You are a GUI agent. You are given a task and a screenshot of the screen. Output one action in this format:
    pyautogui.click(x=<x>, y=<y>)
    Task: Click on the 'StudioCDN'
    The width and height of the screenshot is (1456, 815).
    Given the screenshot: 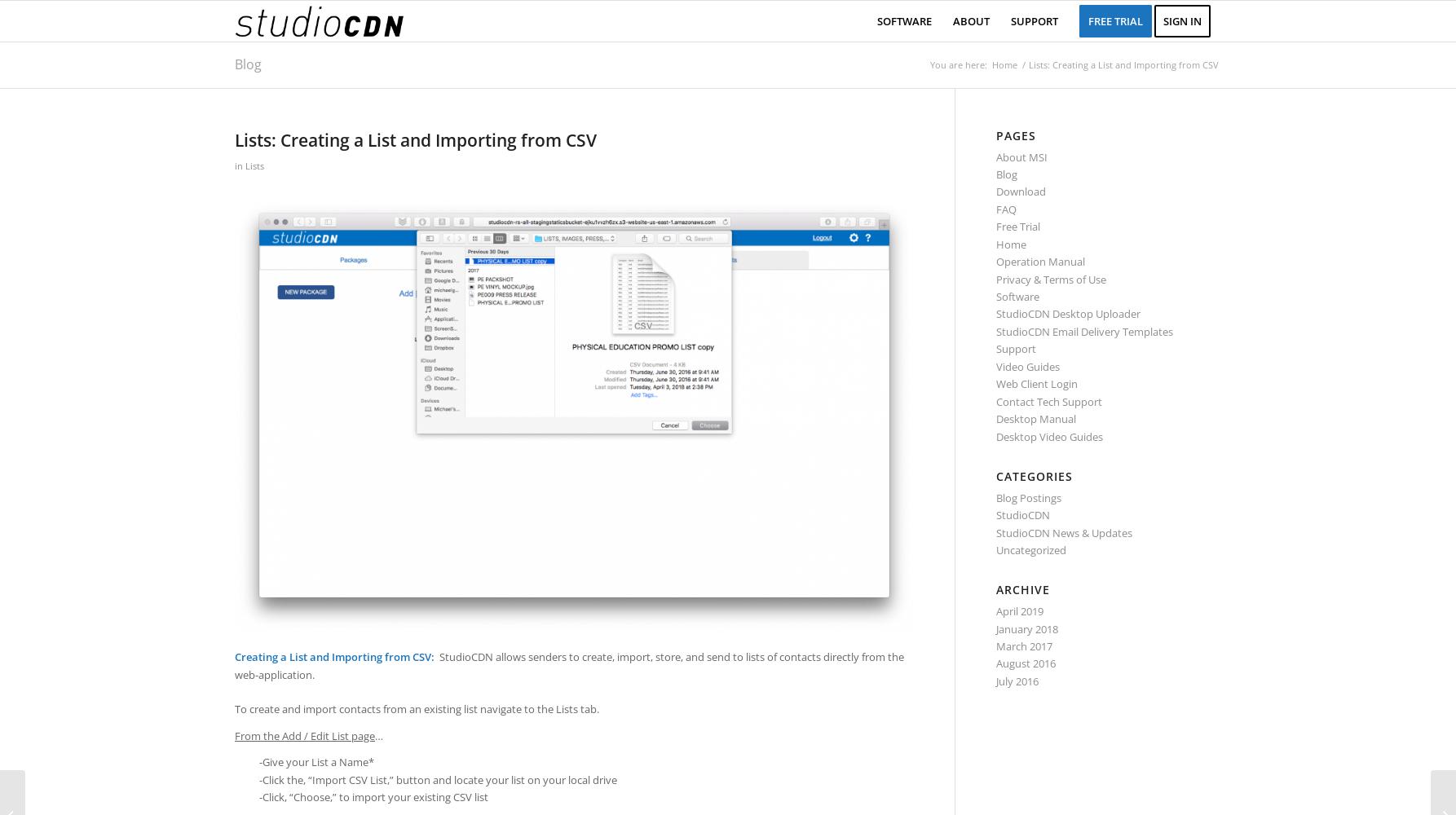 What is the action you would take?
    pyautogui.click(x=1023, y=515)
    